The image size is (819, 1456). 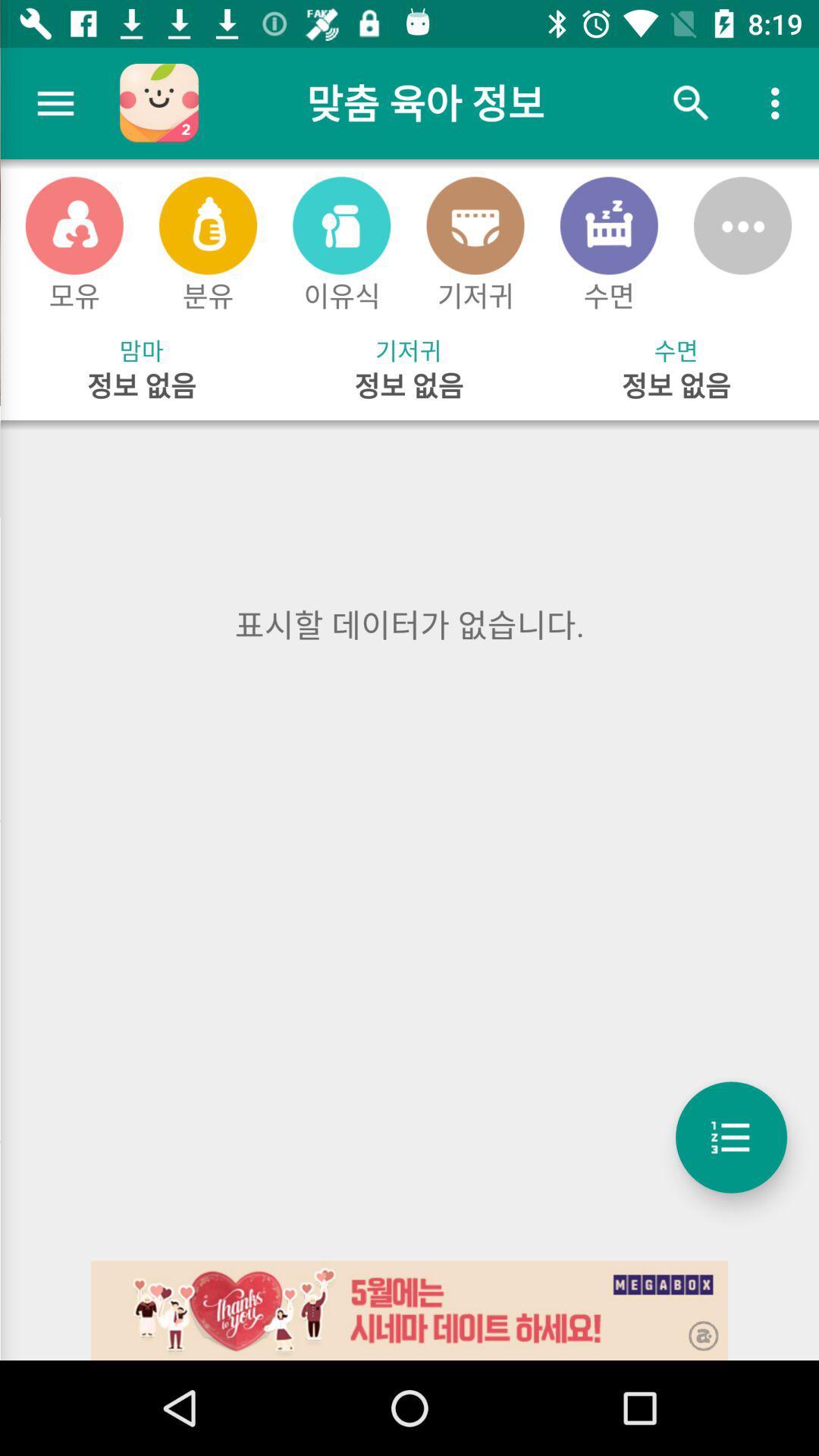 What do you see at coordinates (475, 224) in the screenshot?
I see `fourth icon at top` at bounding box center [475, 224].